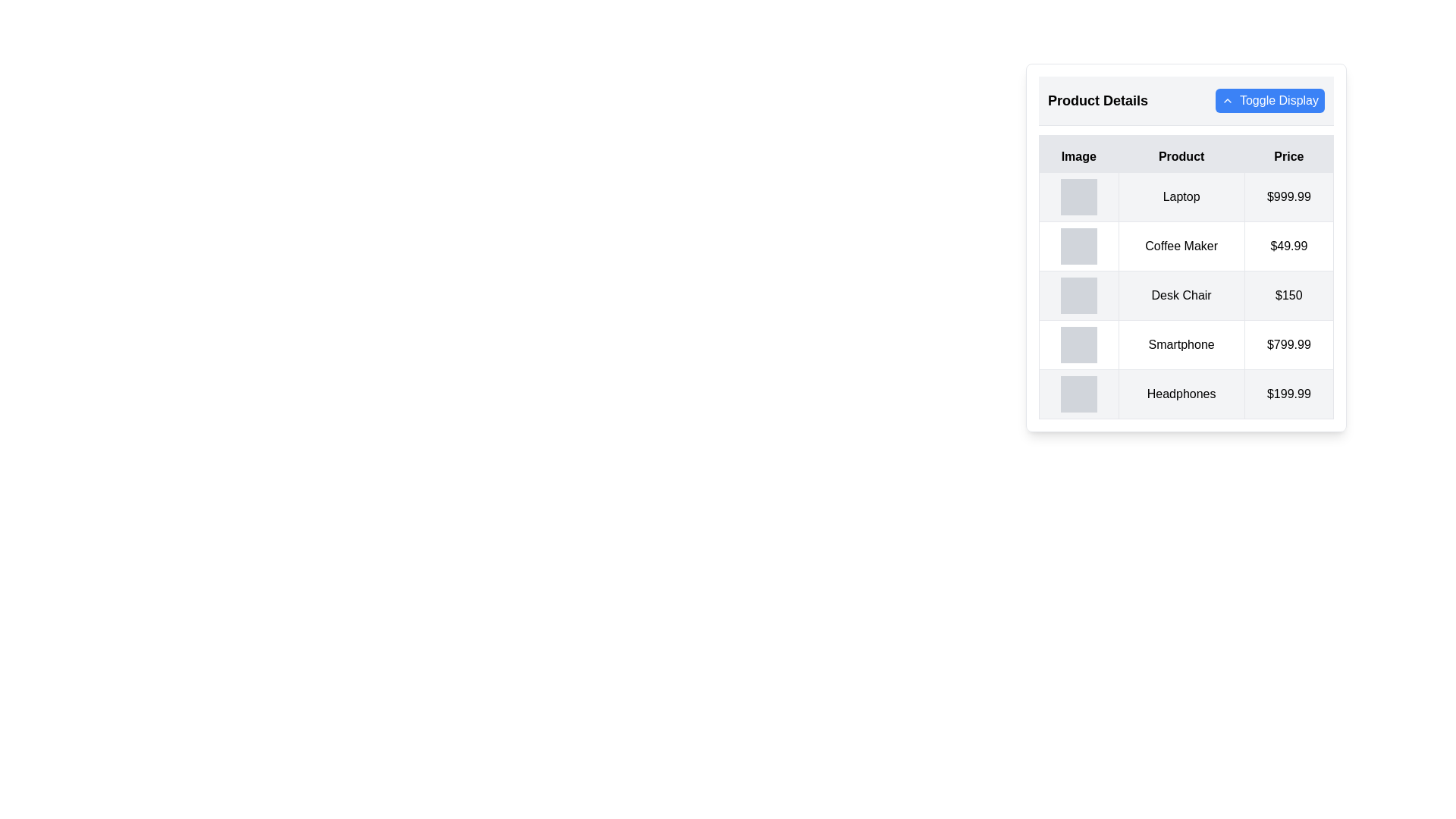 The height and width of the screenshot is (819, 1456). What do you see at coordinates (1288, 245) in the screenshot?
I see `the price label of the 'Coffee Maker' product, which is located in the third column of its row in a multi-column table layout` at bounding box center [1288, 245].